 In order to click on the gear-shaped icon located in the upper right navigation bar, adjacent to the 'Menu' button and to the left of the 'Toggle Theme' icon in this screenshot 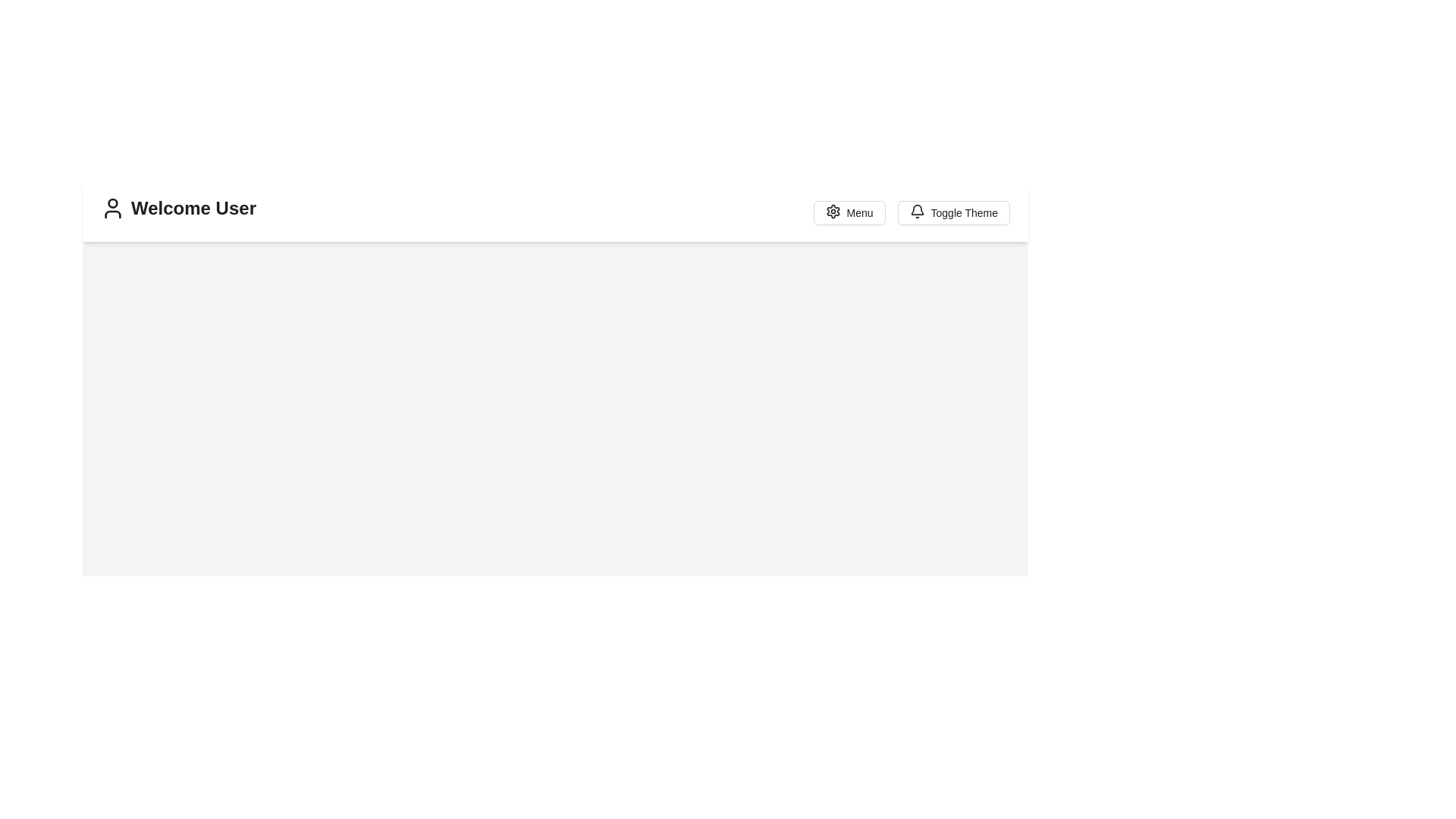, I will do `click(832, 211)`.